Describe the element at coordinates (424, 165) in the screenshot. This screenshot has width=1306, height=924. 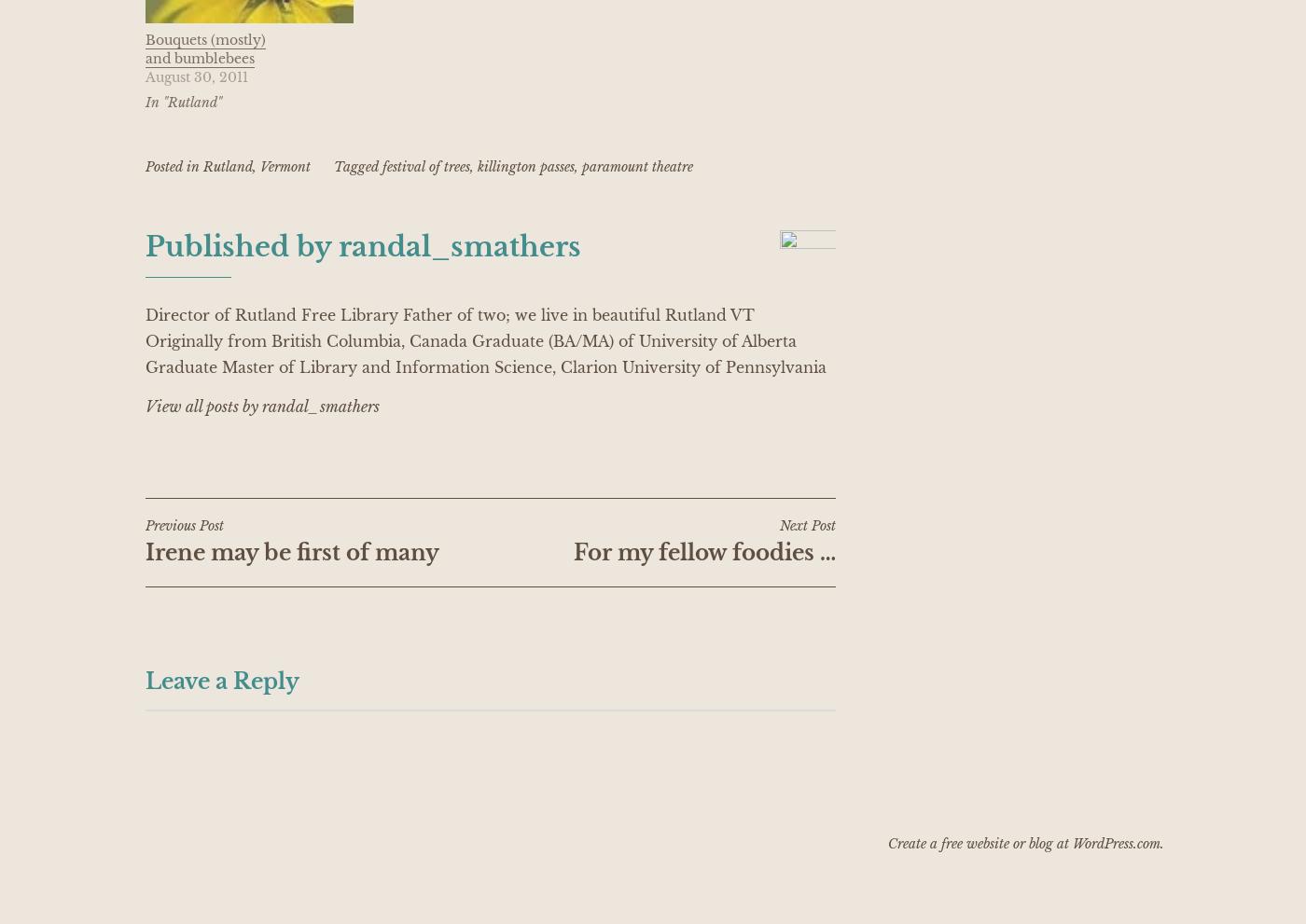
I see `'festival of trees'` at that location.